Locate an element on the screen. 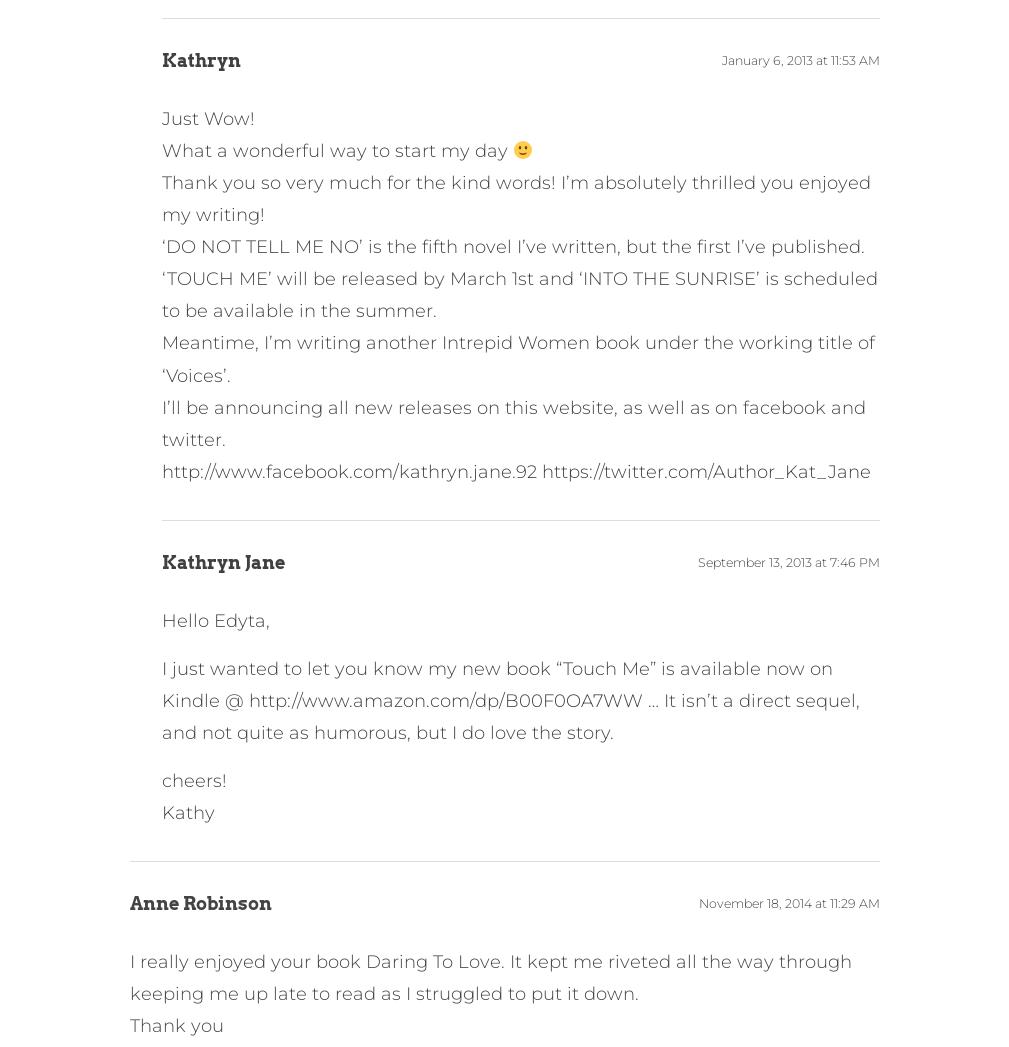 The image size is (1009, 1047). 'September 13, 2013 at 7:46 PM' is located at coordinates (788, 561).